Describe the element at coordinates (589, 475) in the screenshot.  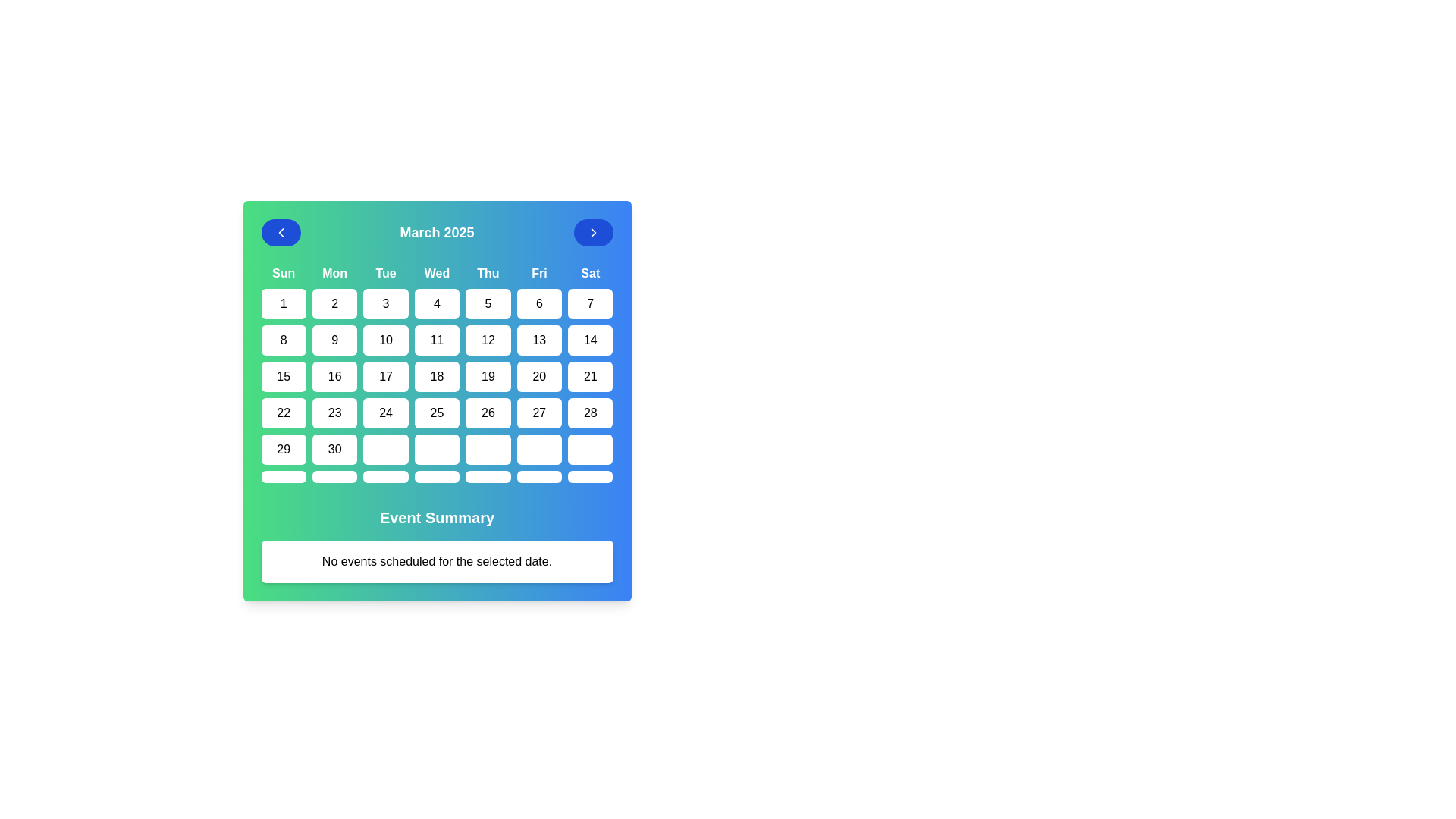
I see `the interactive day slot button representing Saturday in the calendar` at that location.